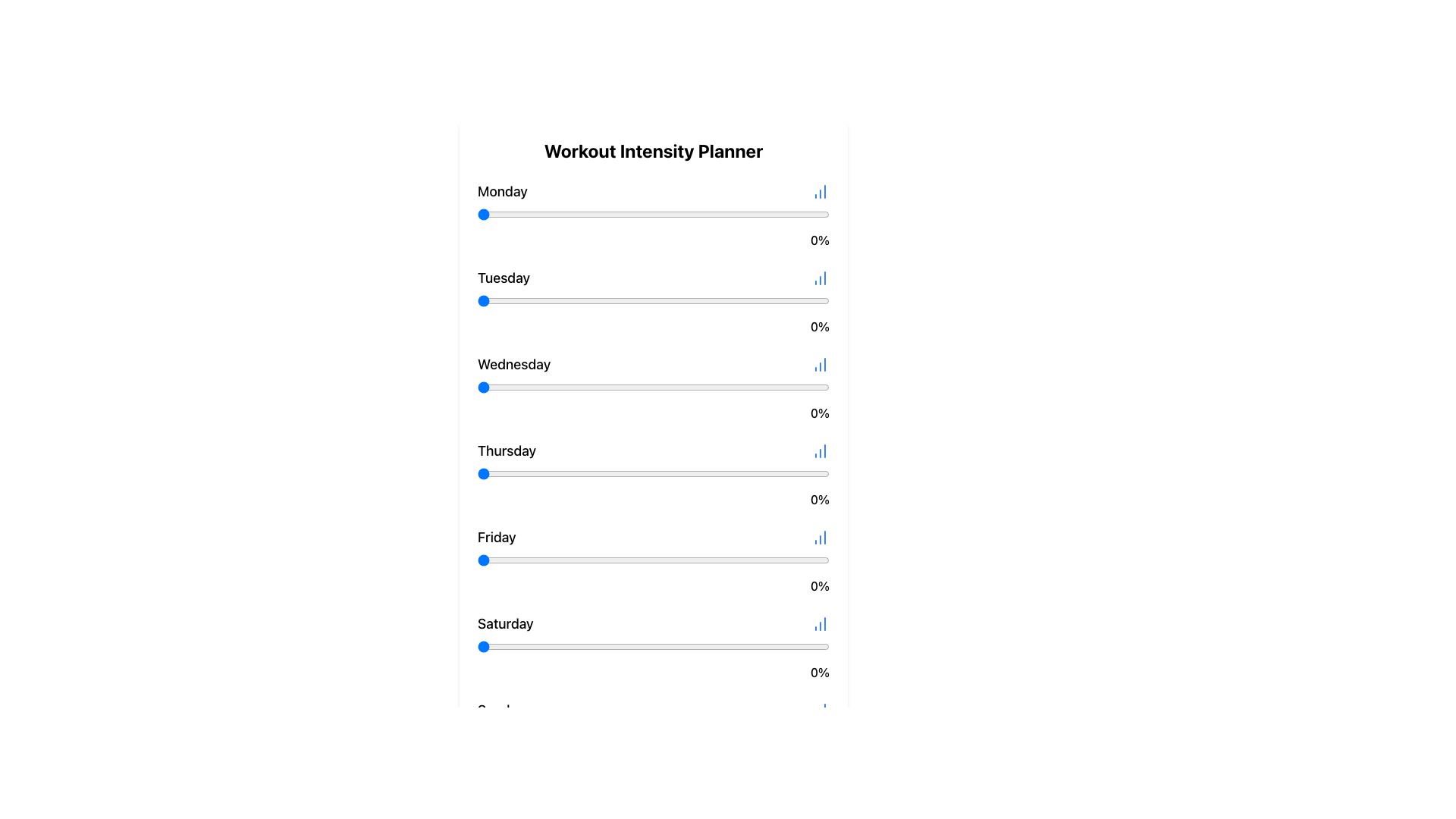 The height and width of the screenshot is (819, 1456). I want to click on the Friday intensity, so click(797, 560).